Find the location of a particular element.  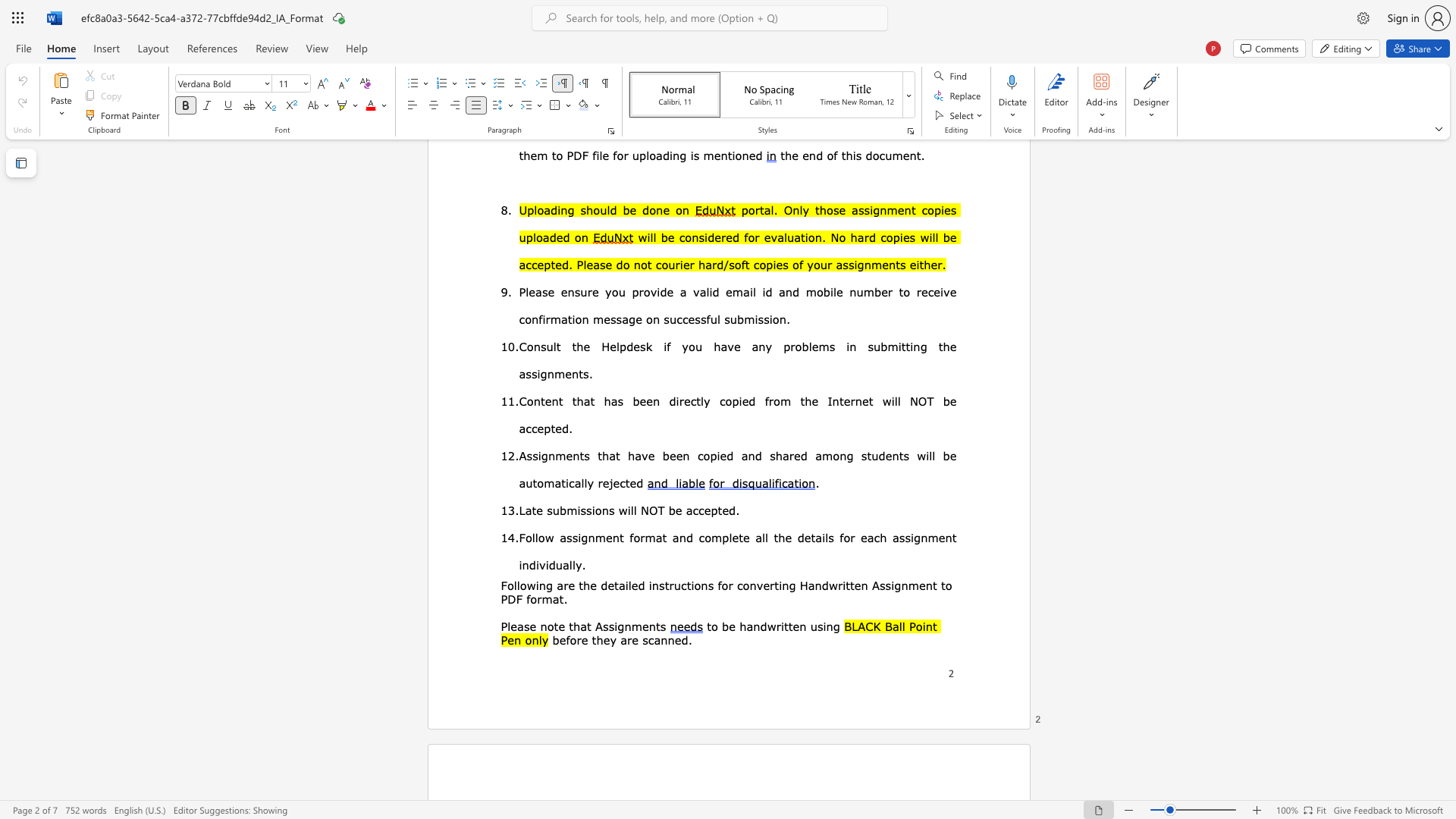

the subset text "ts" within the text "Please note that Assignments" is located at coordinates (655, 626).